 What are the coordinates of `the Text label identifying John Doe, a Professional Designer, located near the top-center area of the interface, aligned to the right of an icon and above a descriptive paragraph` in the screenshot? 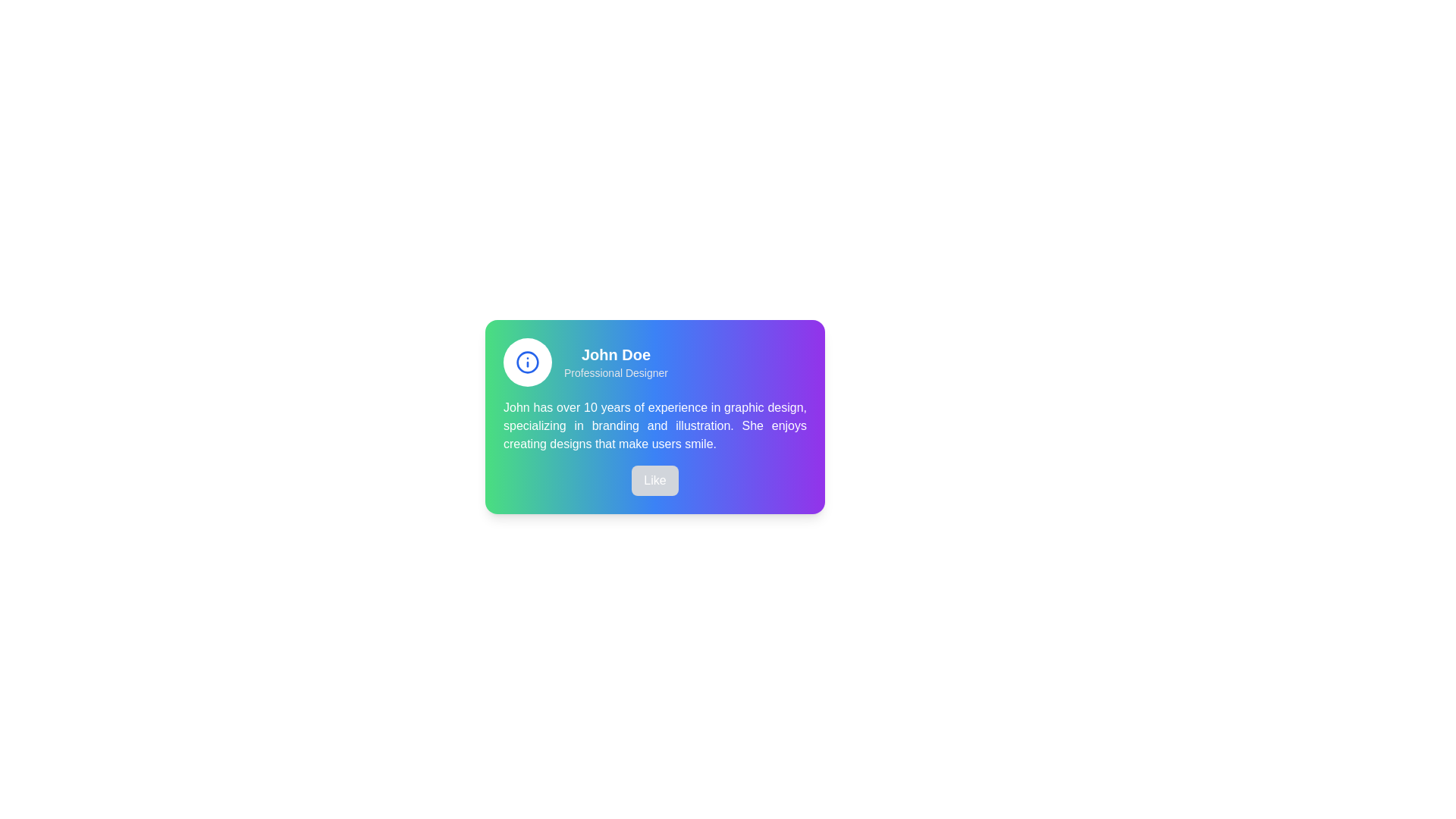 It's located at (616, 362).